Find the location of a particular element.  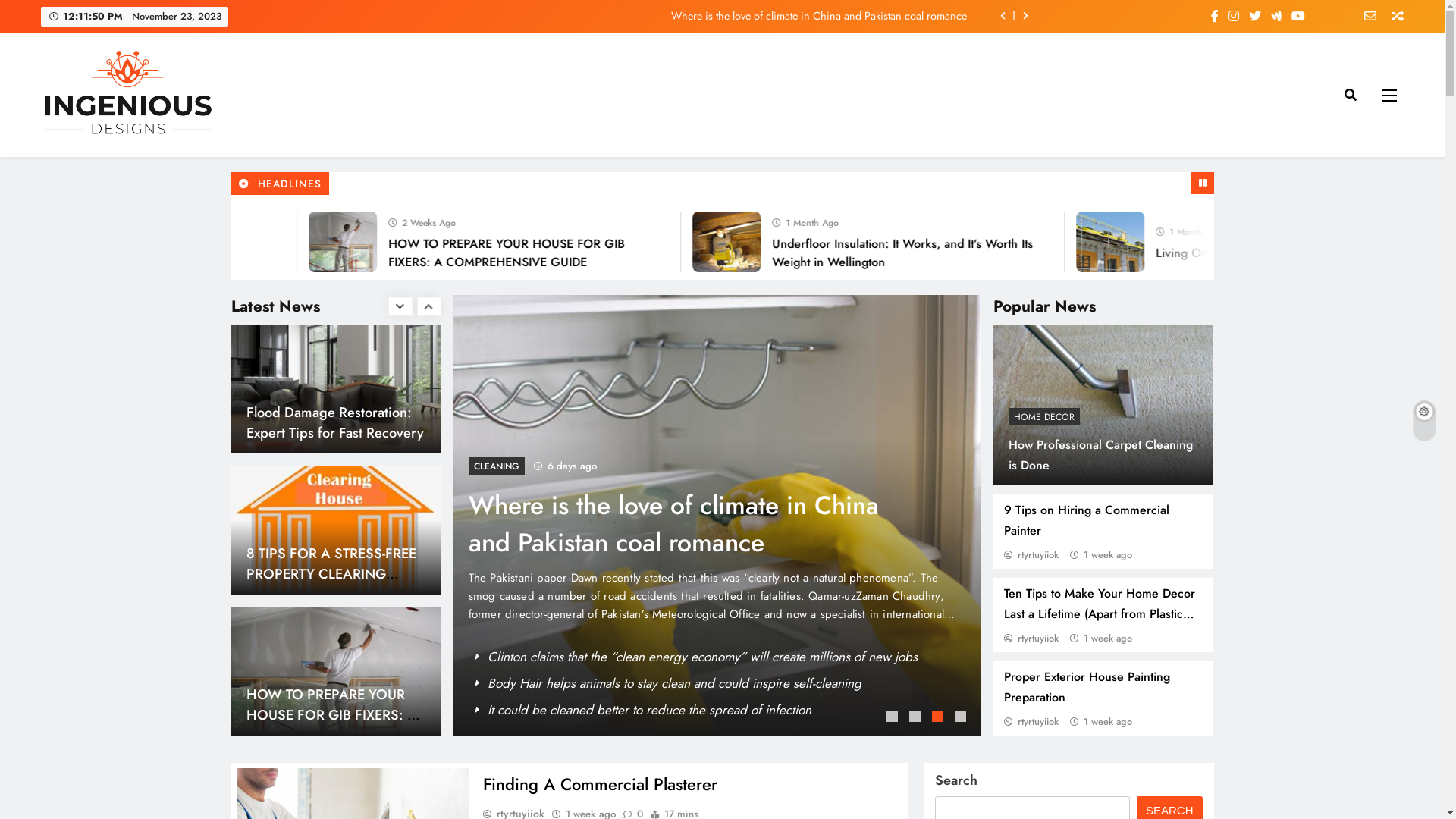

'1 week ago' is located at coordinates (1083, 554).